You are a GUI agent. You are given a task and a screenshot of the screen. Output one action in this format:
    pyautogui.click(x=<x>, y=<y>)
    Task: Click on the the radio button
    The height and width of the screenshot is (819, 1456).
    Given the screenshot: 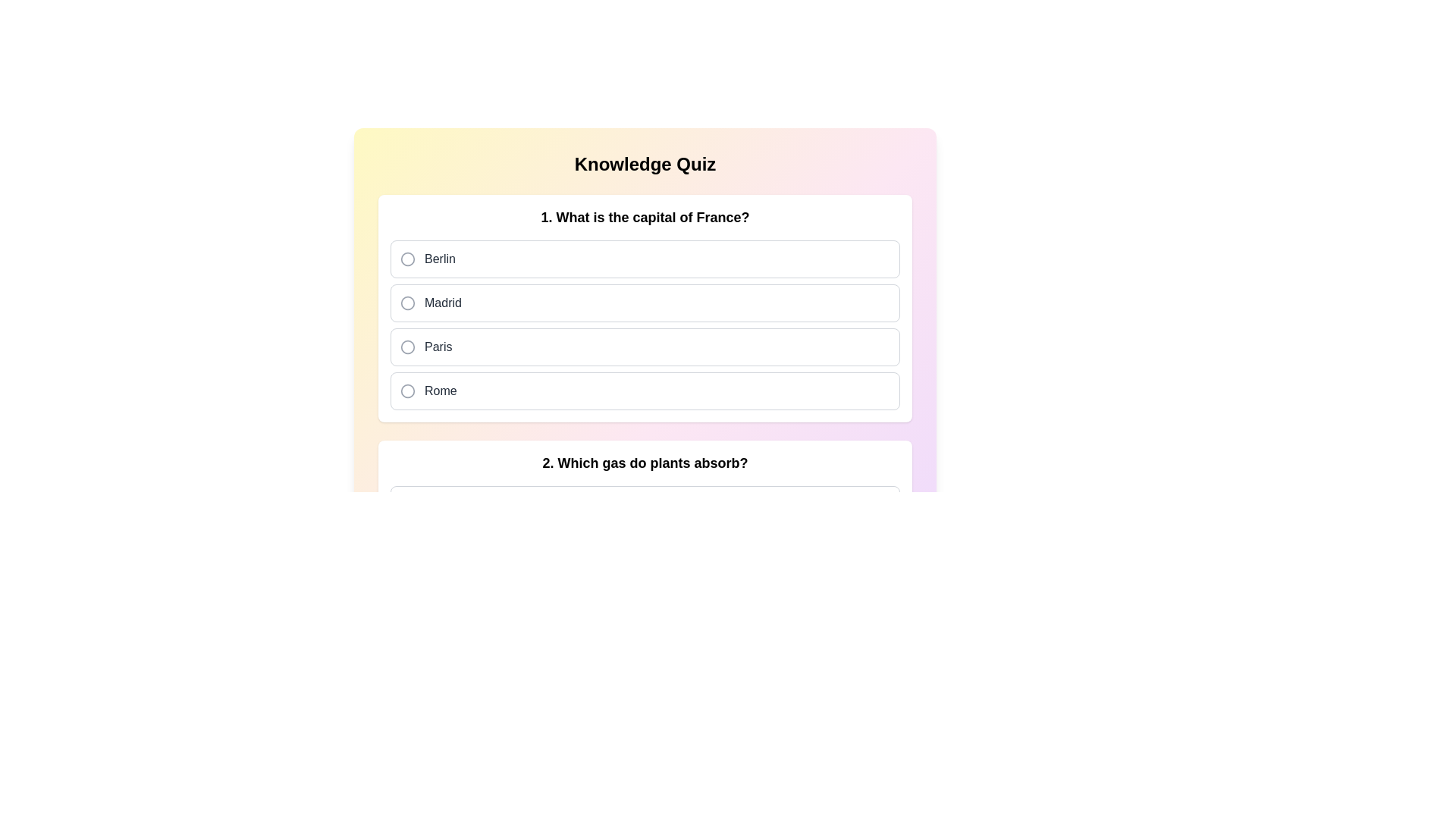 What is the action you would take?
    pyautogui.click(x=645, y=347)
    